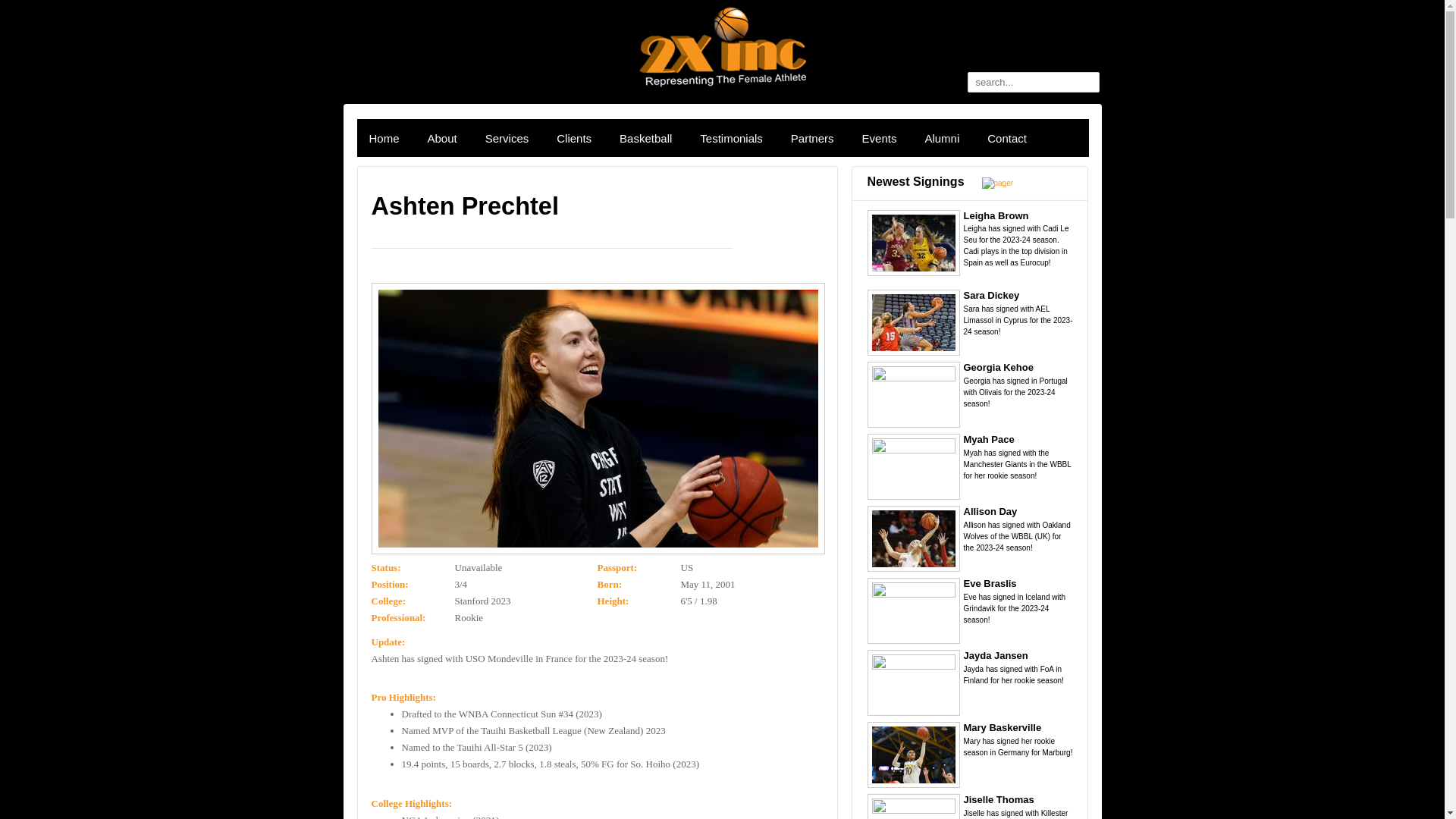 The height and width of the screenshot is (819, 1456). What do you see at coordinates (962, 726) in the screenshot?
I see `'Mary Baskerville'` at bounding box center [962, 726].